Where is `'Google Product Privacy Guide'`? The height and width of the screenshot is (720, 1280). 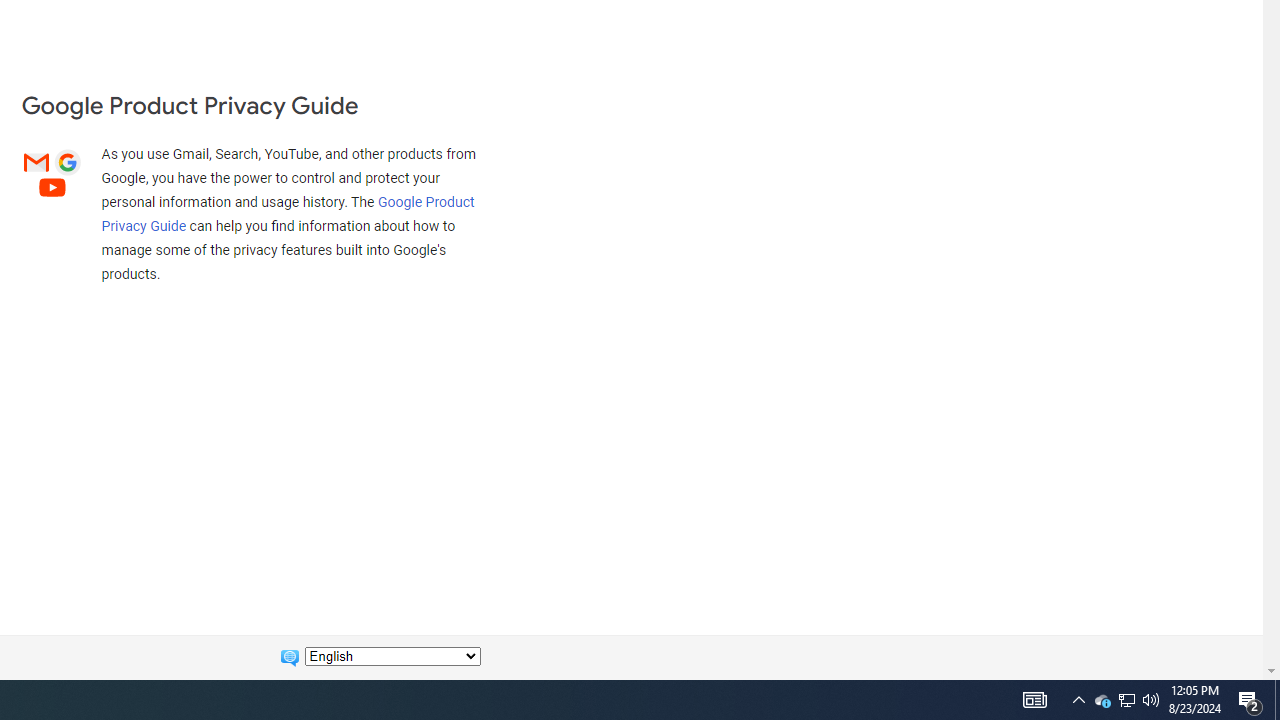 'Google Product Privacy Guide' is located at coordinates (287, 213).